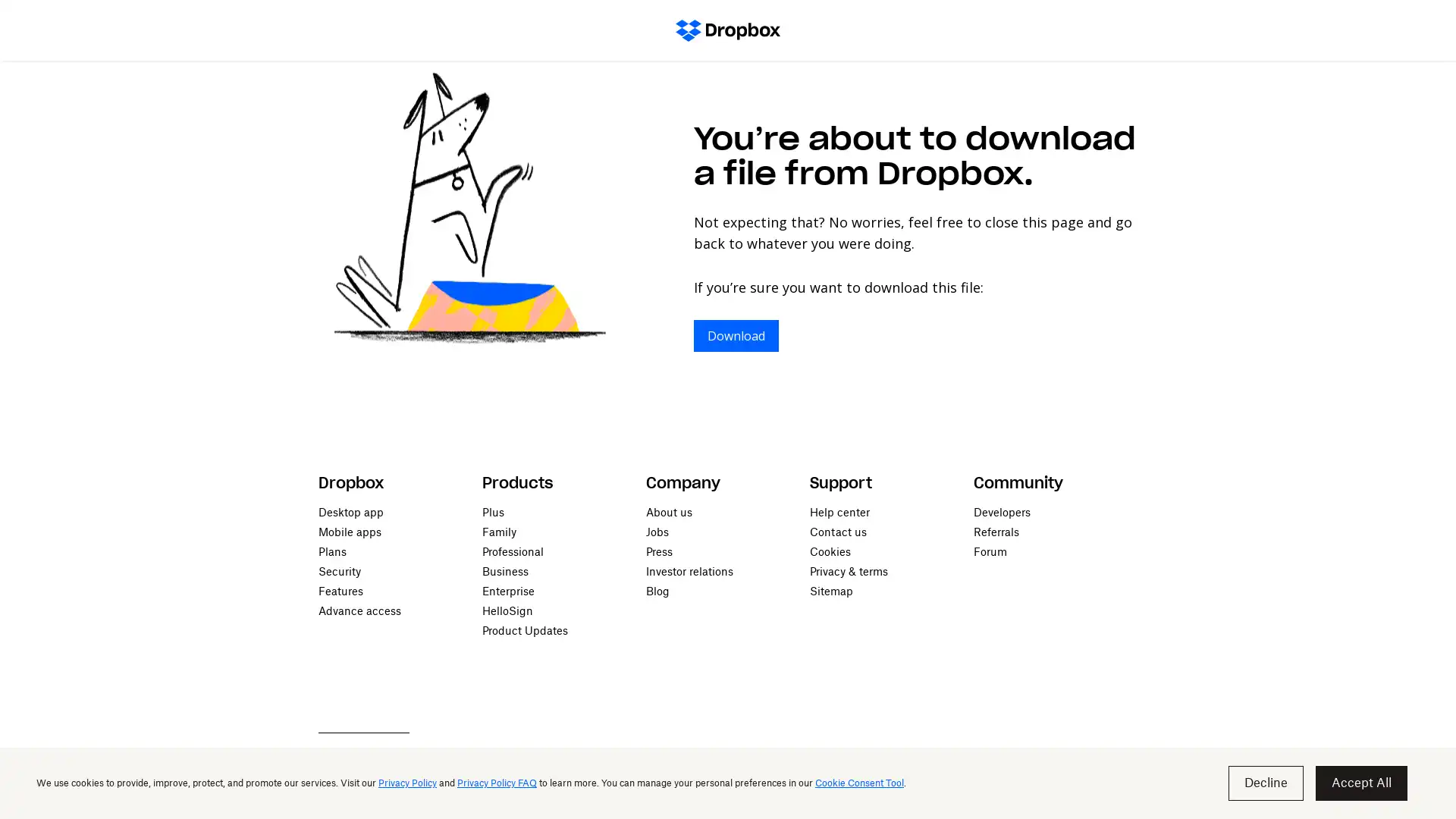 Image resolution: width=1456 pixels, height=819 pixels. I want to click on English (United States), so click(382, 792).